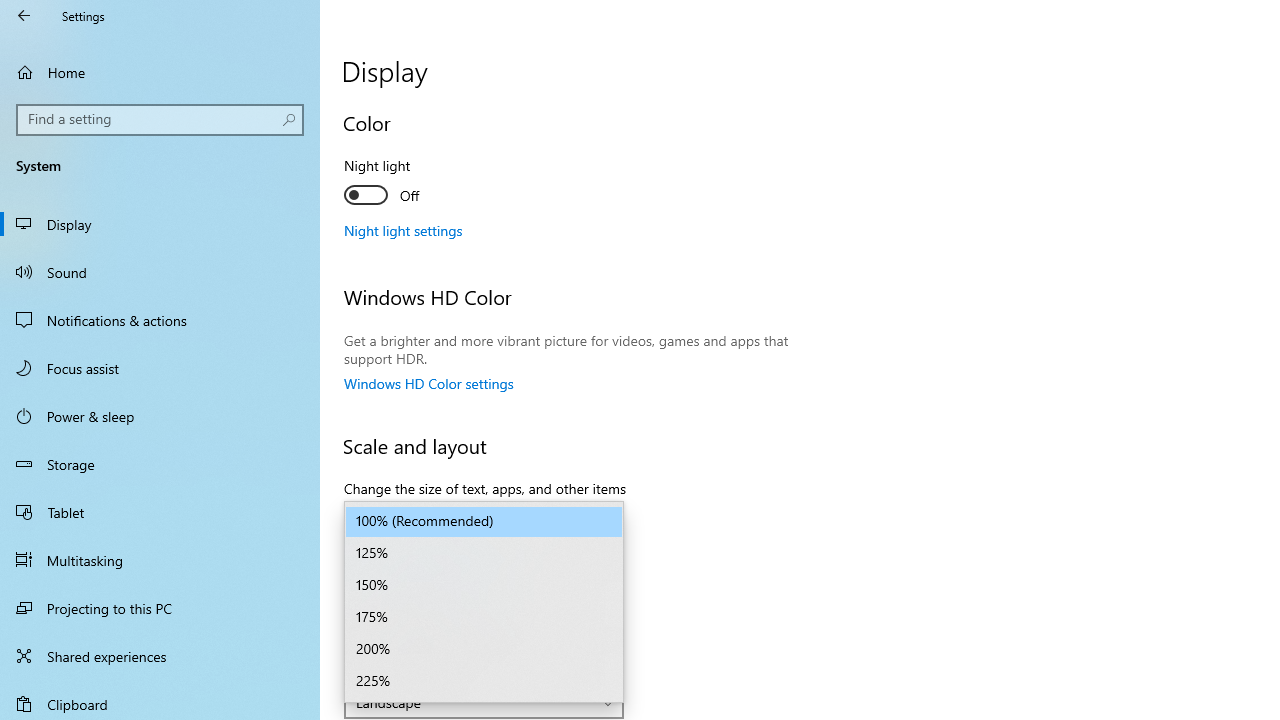 The image size is (1280, 720). What do you see at coordinates (160, 71) in the screenshot?
I see `'Home'` at bounding box center [160, 71].